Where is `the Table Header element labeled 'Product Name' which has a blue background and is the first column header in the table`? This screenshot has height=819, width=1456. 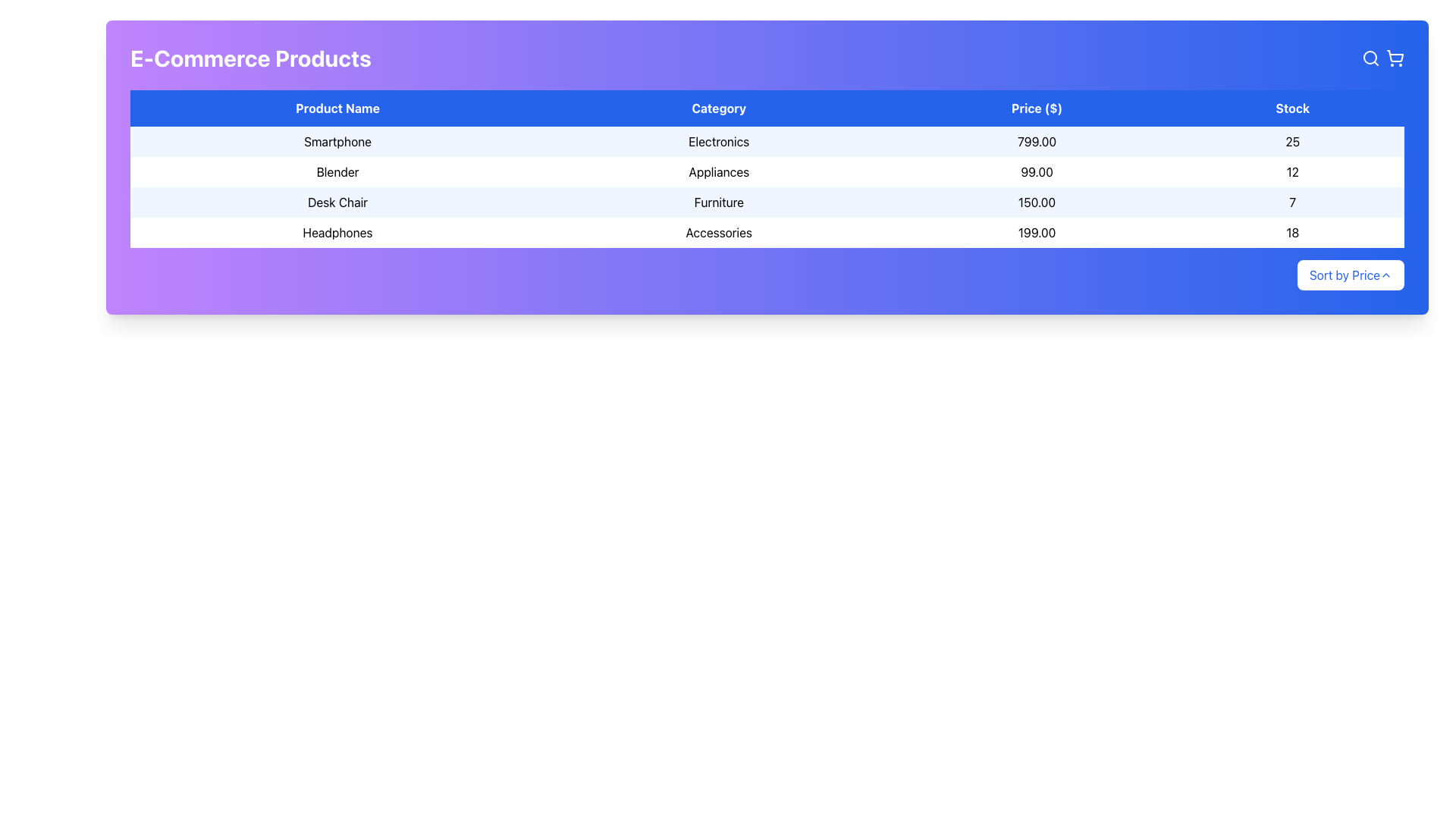 the Table Header element labeled 'Product Name' which has a blue background and is the first column header in the table is located at coordinates (337, 107).